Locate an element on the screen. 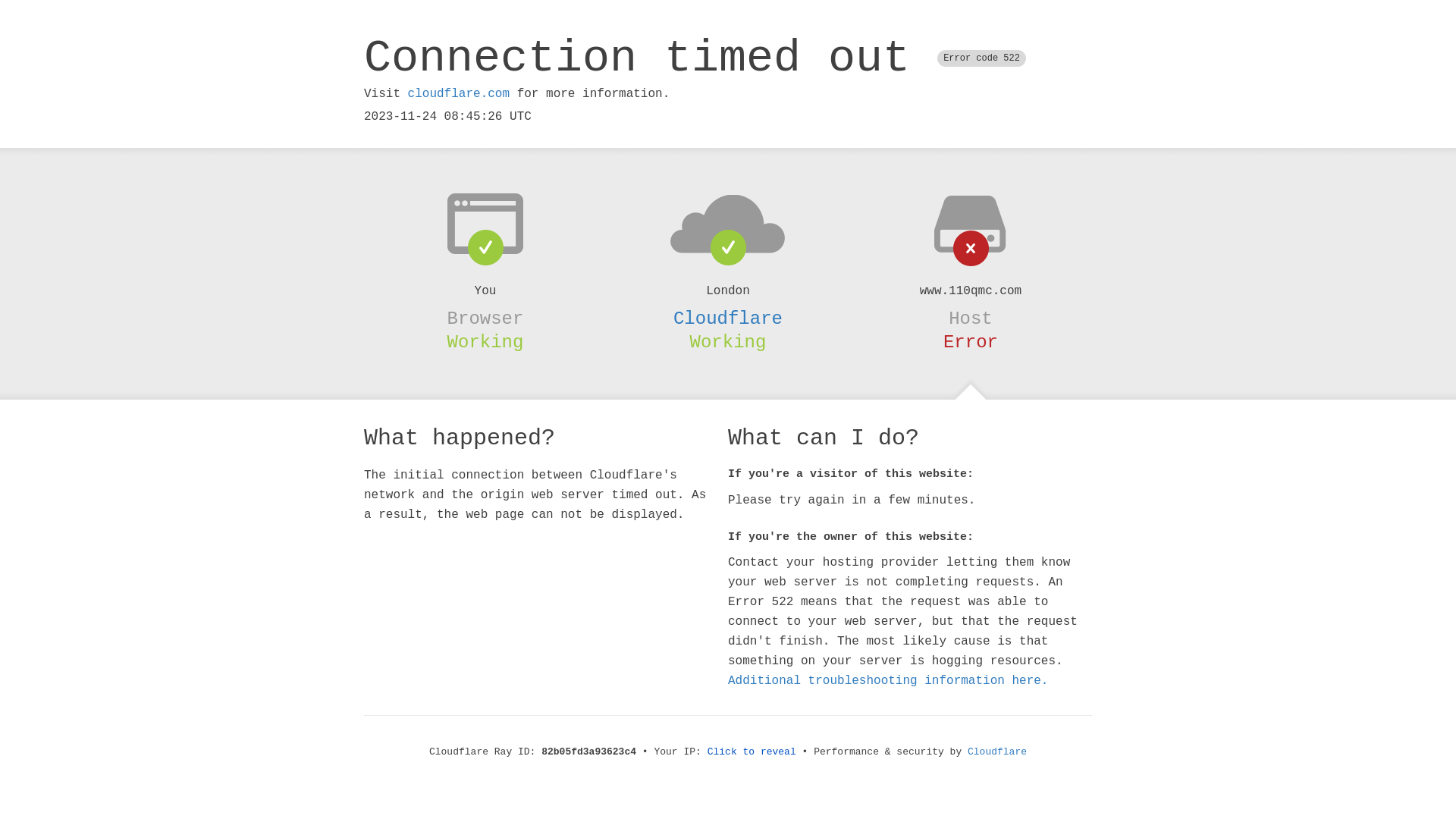 The height and width of the screenshot is (819, 1456). 'Cloudflare' is located at coordinates (673, 318).